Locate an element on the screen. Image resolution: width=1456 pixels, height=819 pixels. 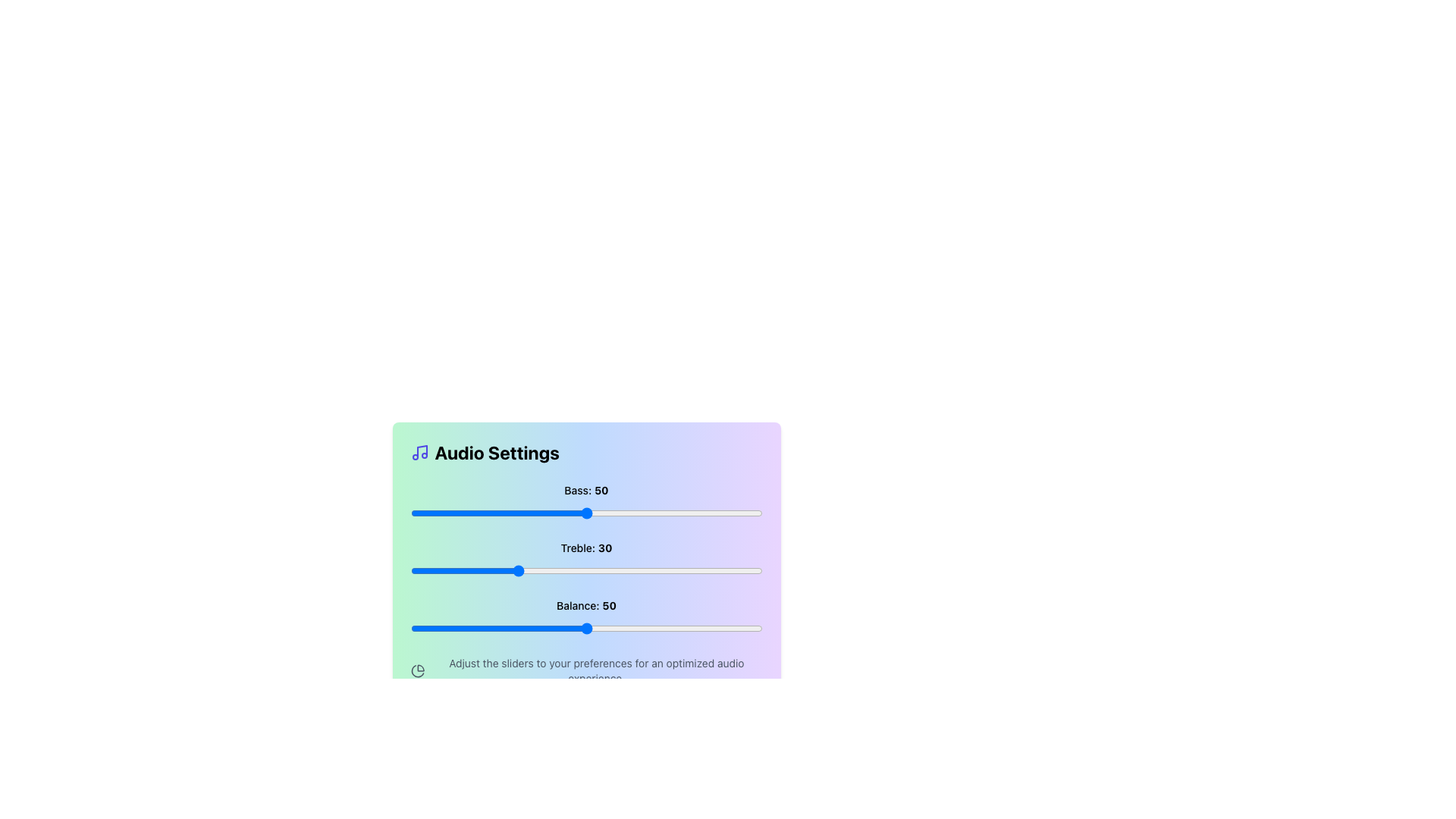
the treble level is located at coordinates (632, 570).